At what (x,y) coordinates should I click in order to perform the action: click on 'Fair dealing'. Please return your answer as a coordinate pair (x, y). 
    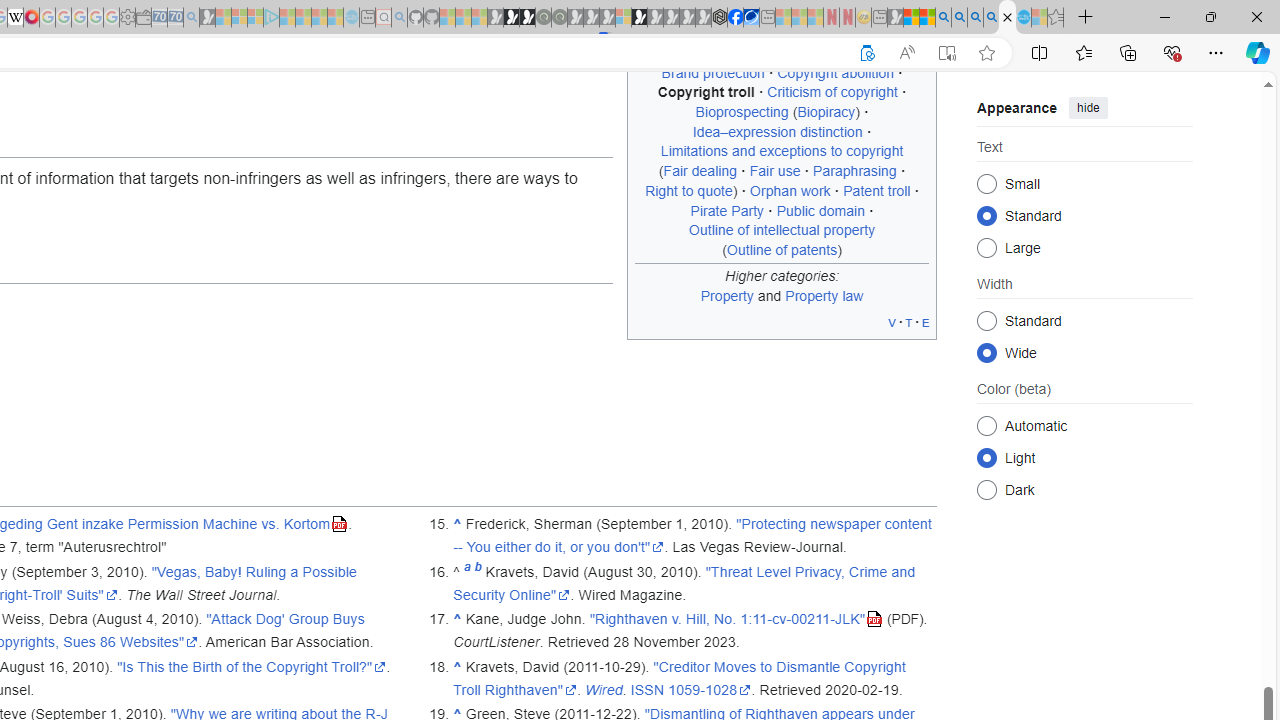
    Looking at the image, I should click on (700, 170).